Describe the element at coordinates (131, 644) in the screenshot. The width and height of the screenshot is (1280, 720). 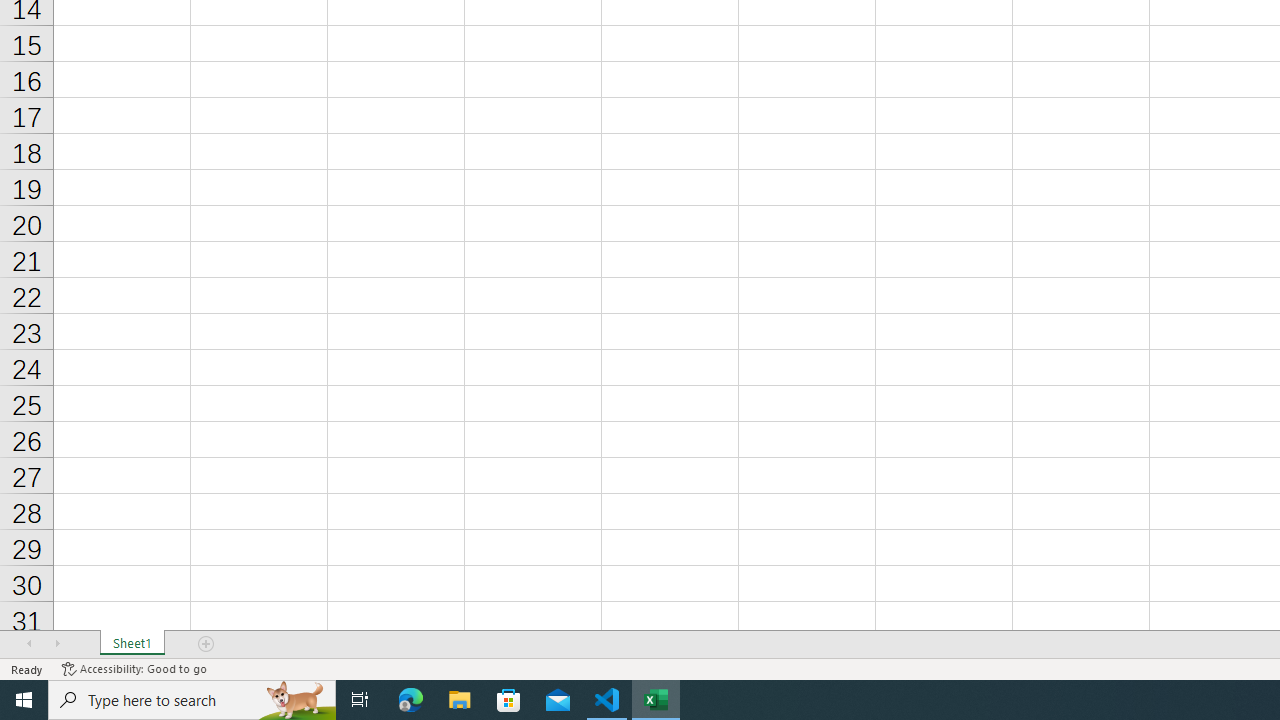
I see `'Sheet1'` at that location.